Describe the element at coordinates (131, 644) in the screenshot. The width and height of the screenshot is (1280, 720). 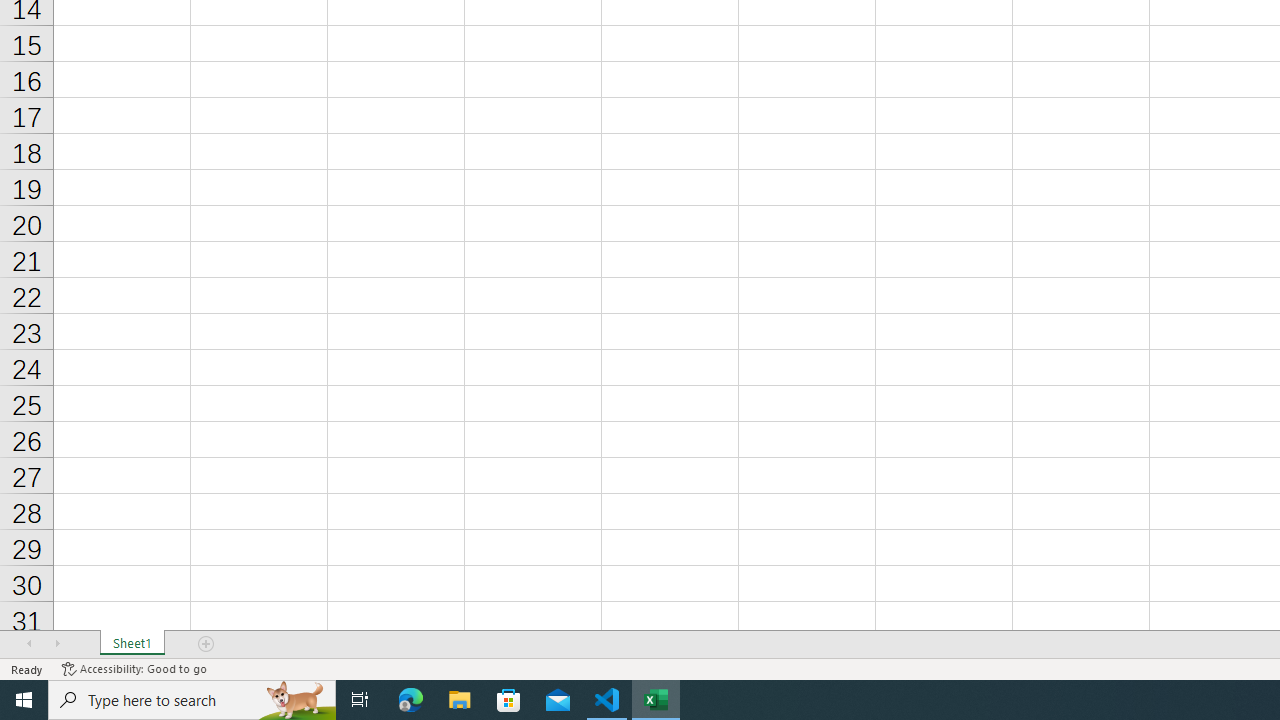
I see `'Sheet1'` at that location.